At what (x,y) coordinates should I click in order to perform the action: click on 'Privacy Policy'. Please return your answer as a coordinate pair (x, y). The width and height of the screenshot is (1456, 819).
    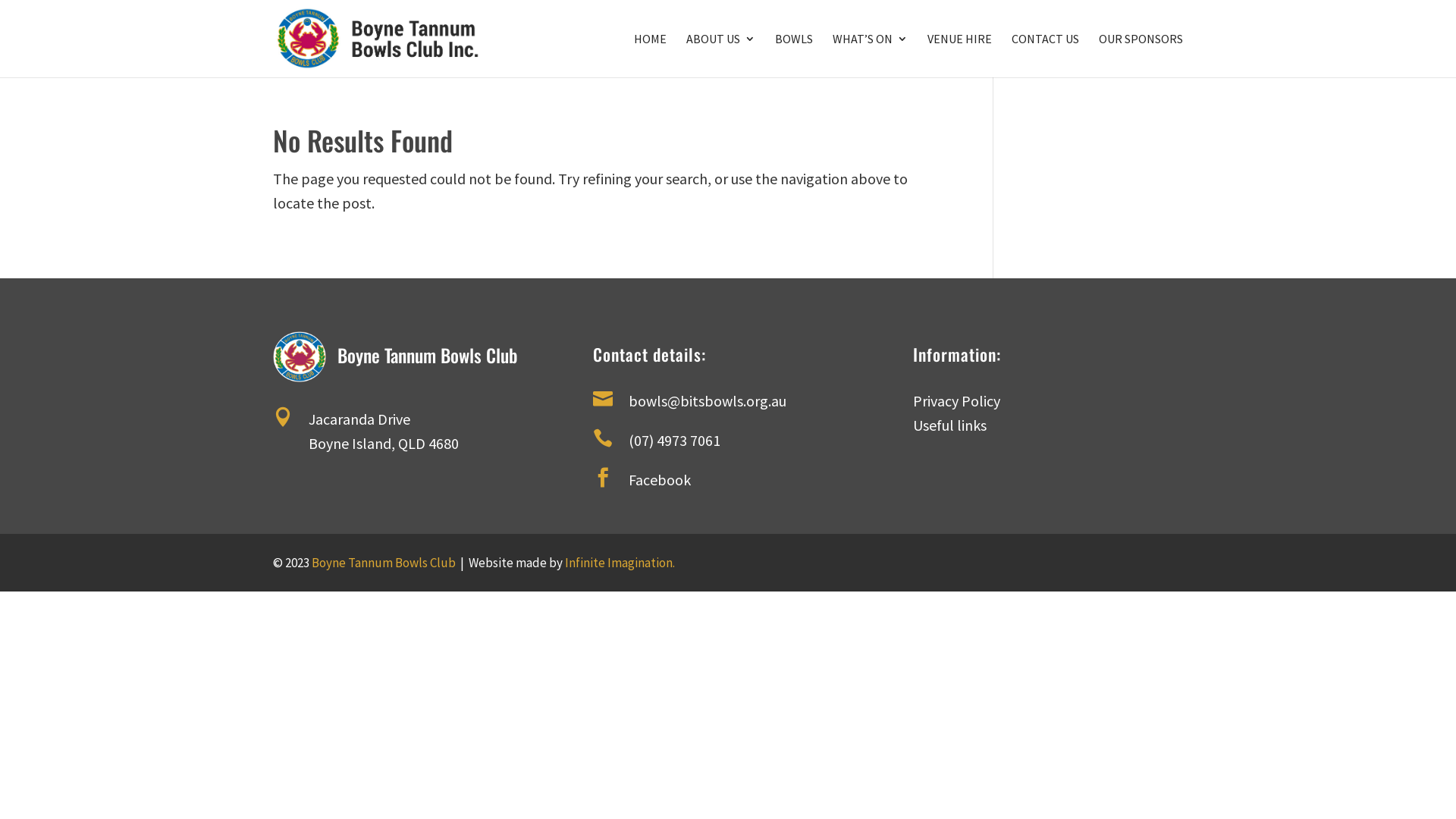
    Looking at the image, I should click on (912, 400).